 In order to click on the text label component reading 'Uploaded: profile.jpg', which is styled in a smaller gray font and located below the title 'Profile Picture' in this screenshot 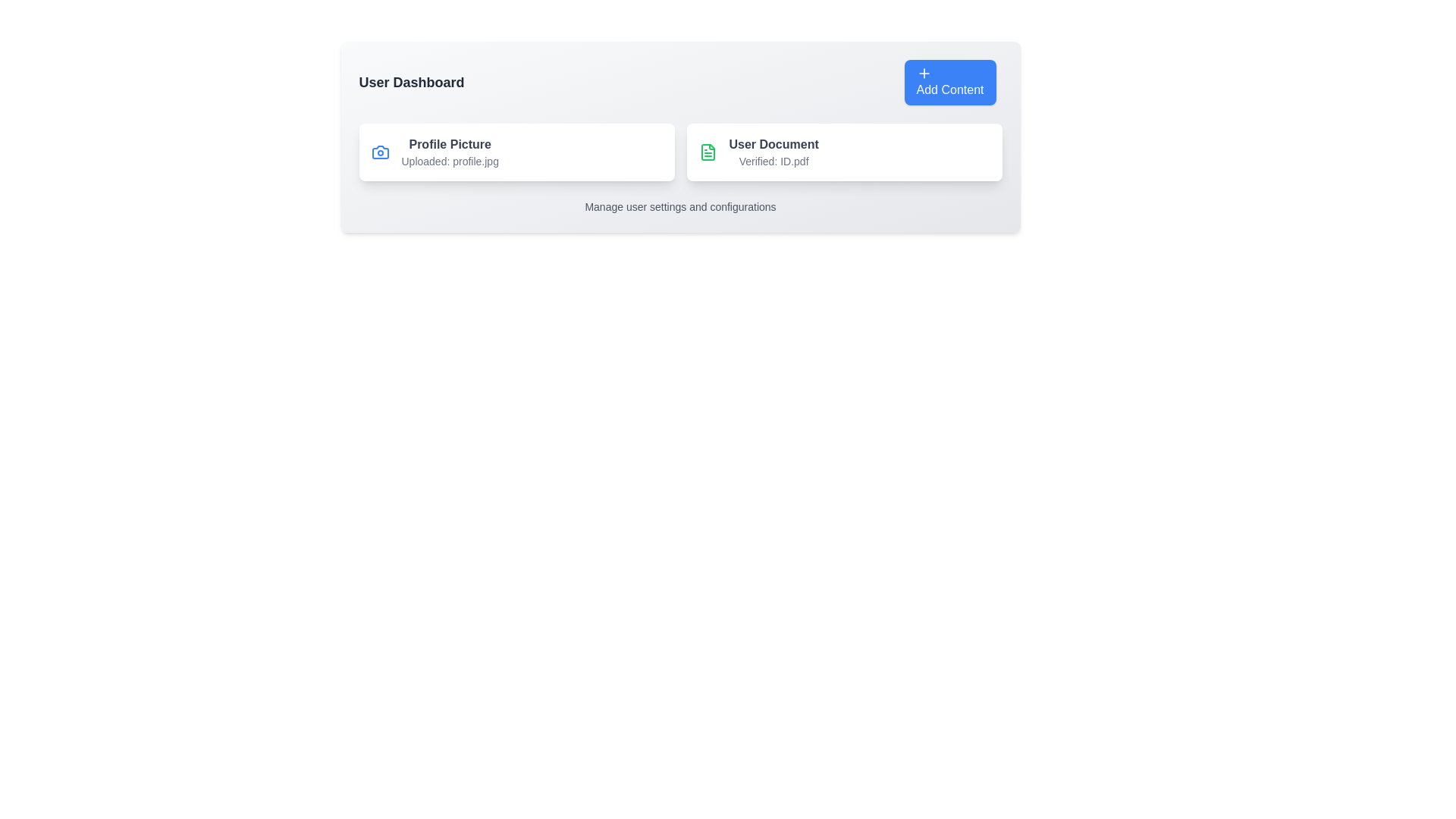, I will do `click(449, 161)`.